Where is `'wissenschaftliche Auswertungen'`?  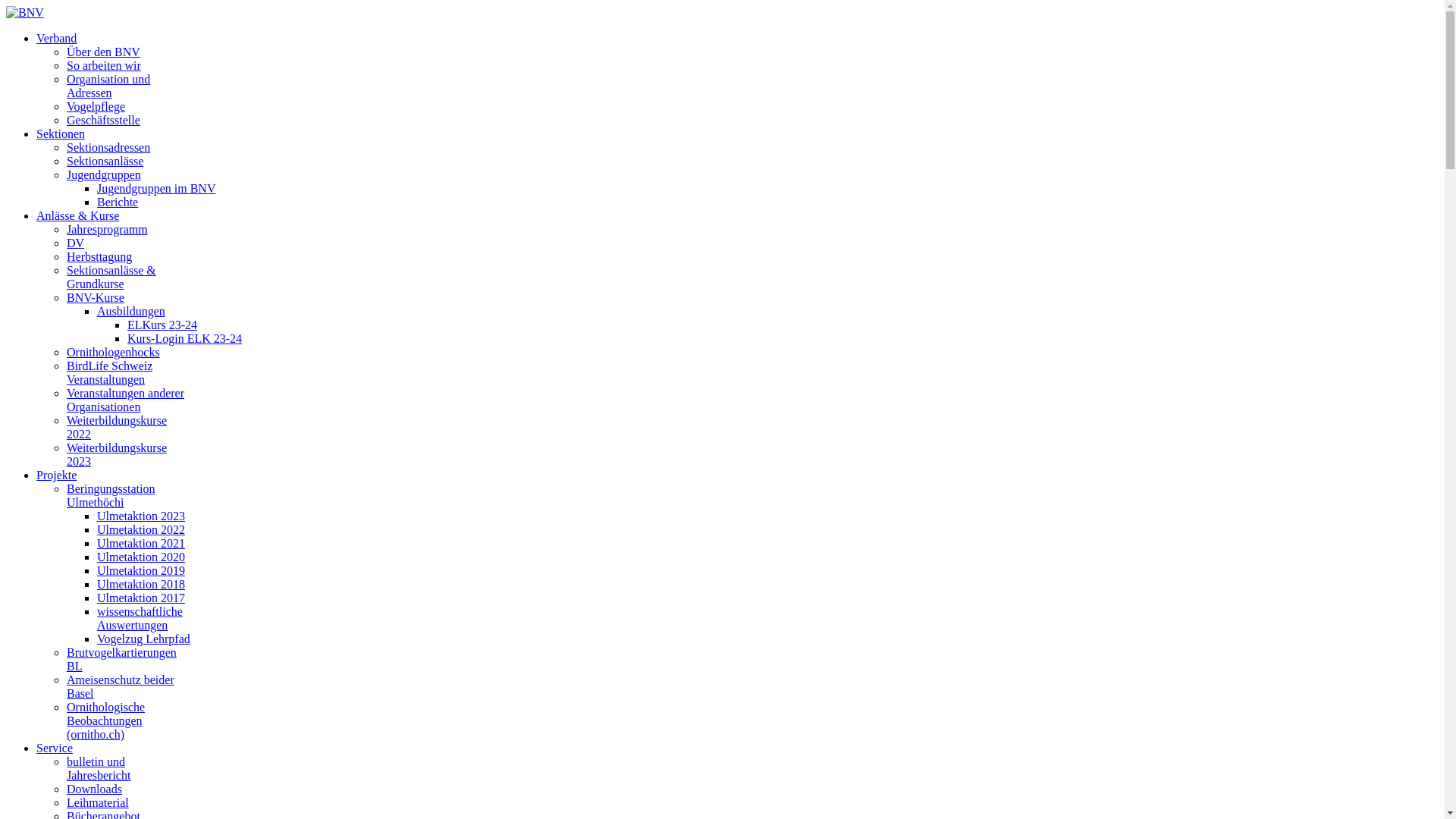
'wissenschaftliche Auswertungen' is located at coordinates (140, 618).